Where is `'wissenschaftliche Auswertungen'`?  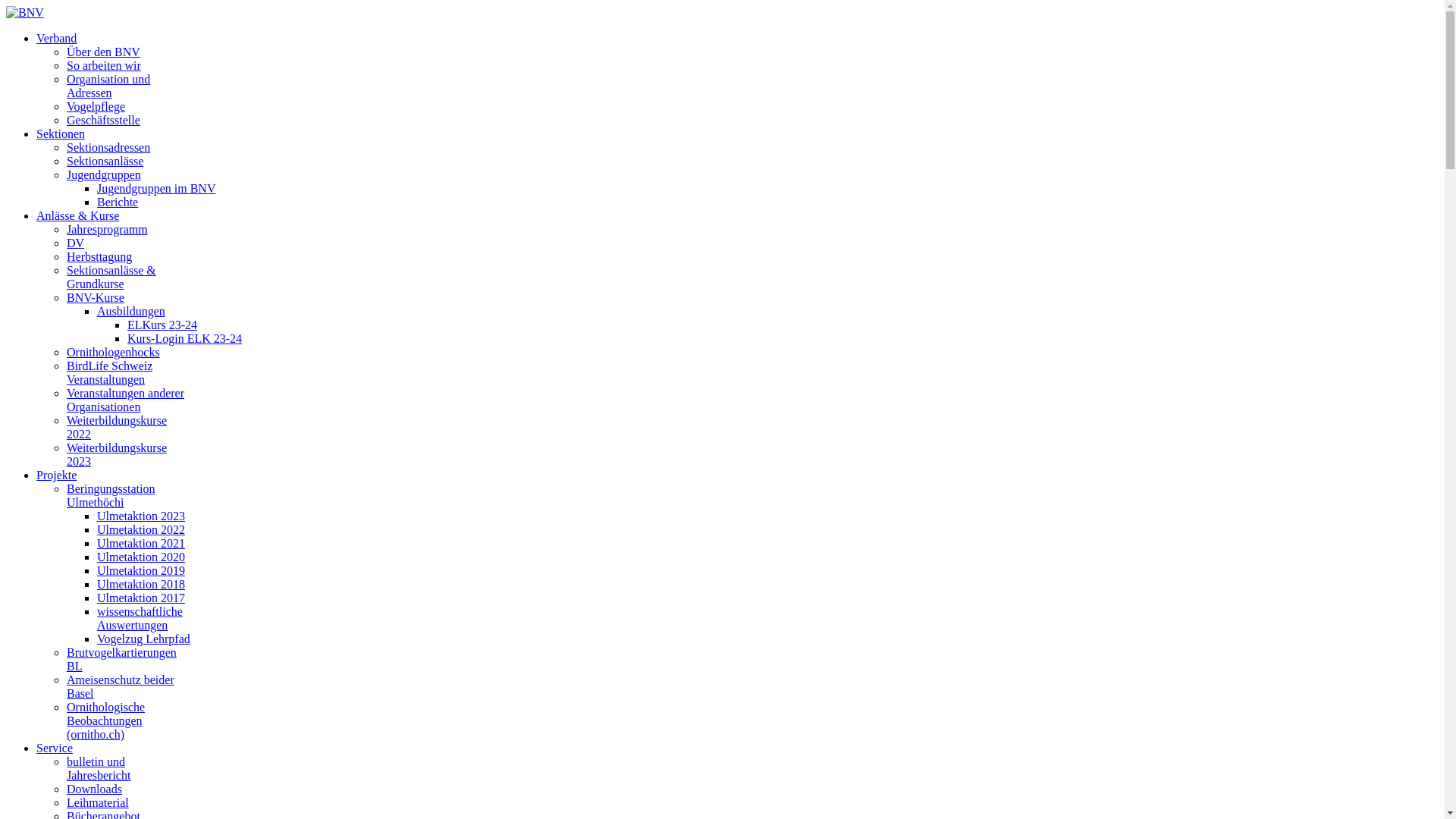
'wissenschaftliche Auswertungen' is located at coordinates (140, 618).